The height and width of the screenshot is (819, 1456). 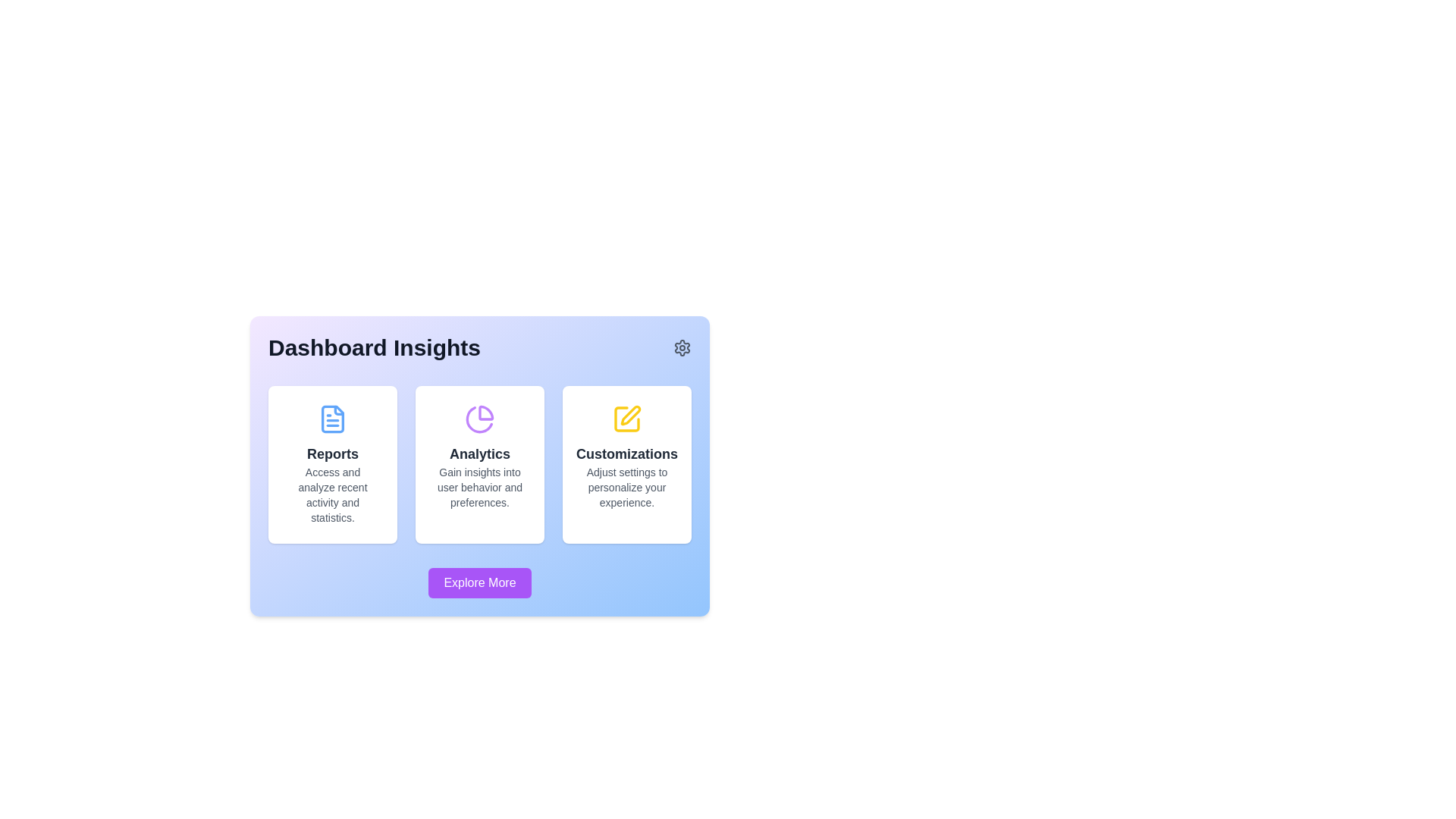 I want to click on the pie chart icon representing analytics within the 'Analytics' card under the heading 'Dashboard Insights', so click(x=486, y=413).